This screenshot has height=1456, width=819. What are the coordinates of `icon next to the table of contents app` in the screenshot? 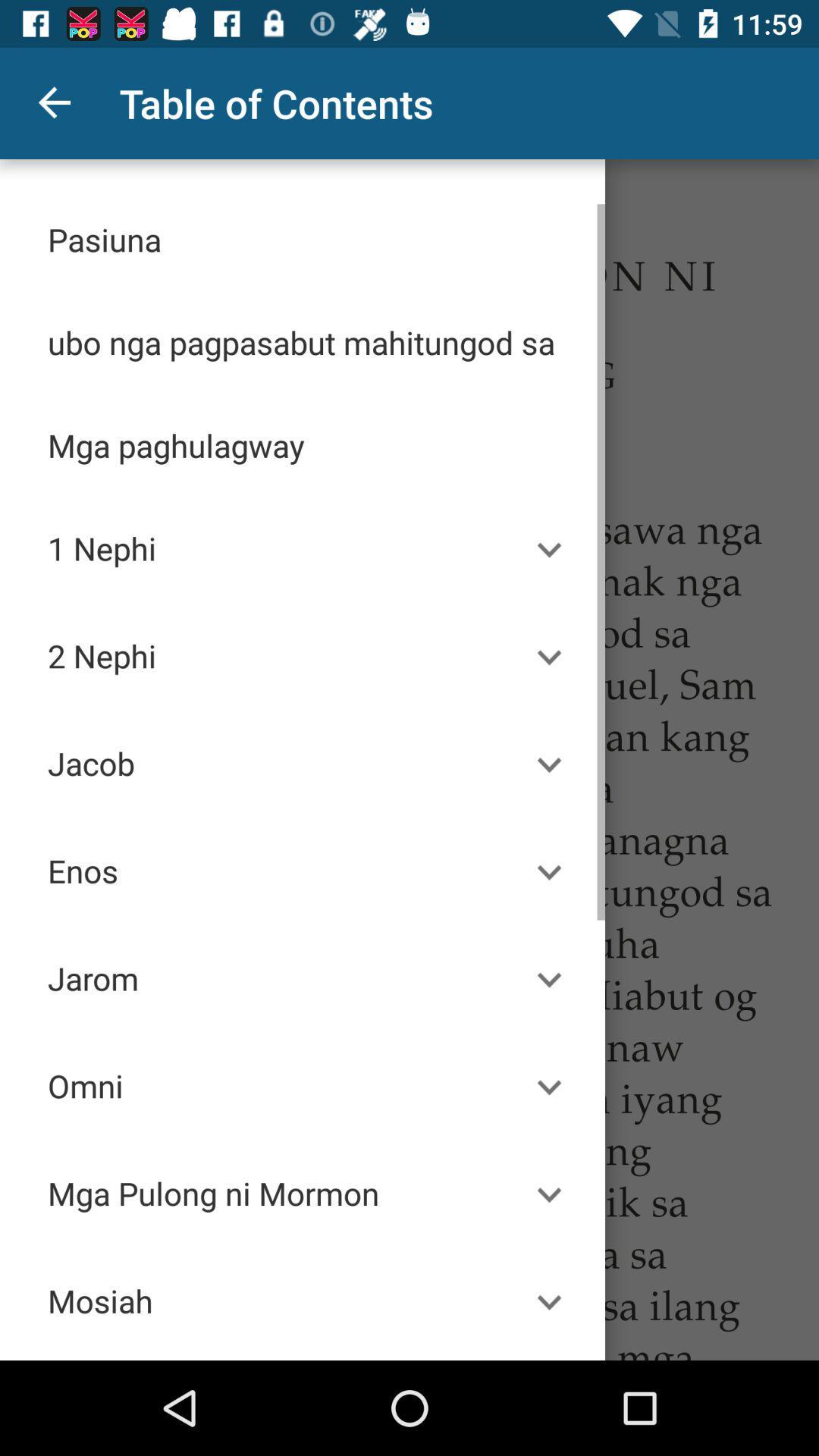 It's located at (55, 102).